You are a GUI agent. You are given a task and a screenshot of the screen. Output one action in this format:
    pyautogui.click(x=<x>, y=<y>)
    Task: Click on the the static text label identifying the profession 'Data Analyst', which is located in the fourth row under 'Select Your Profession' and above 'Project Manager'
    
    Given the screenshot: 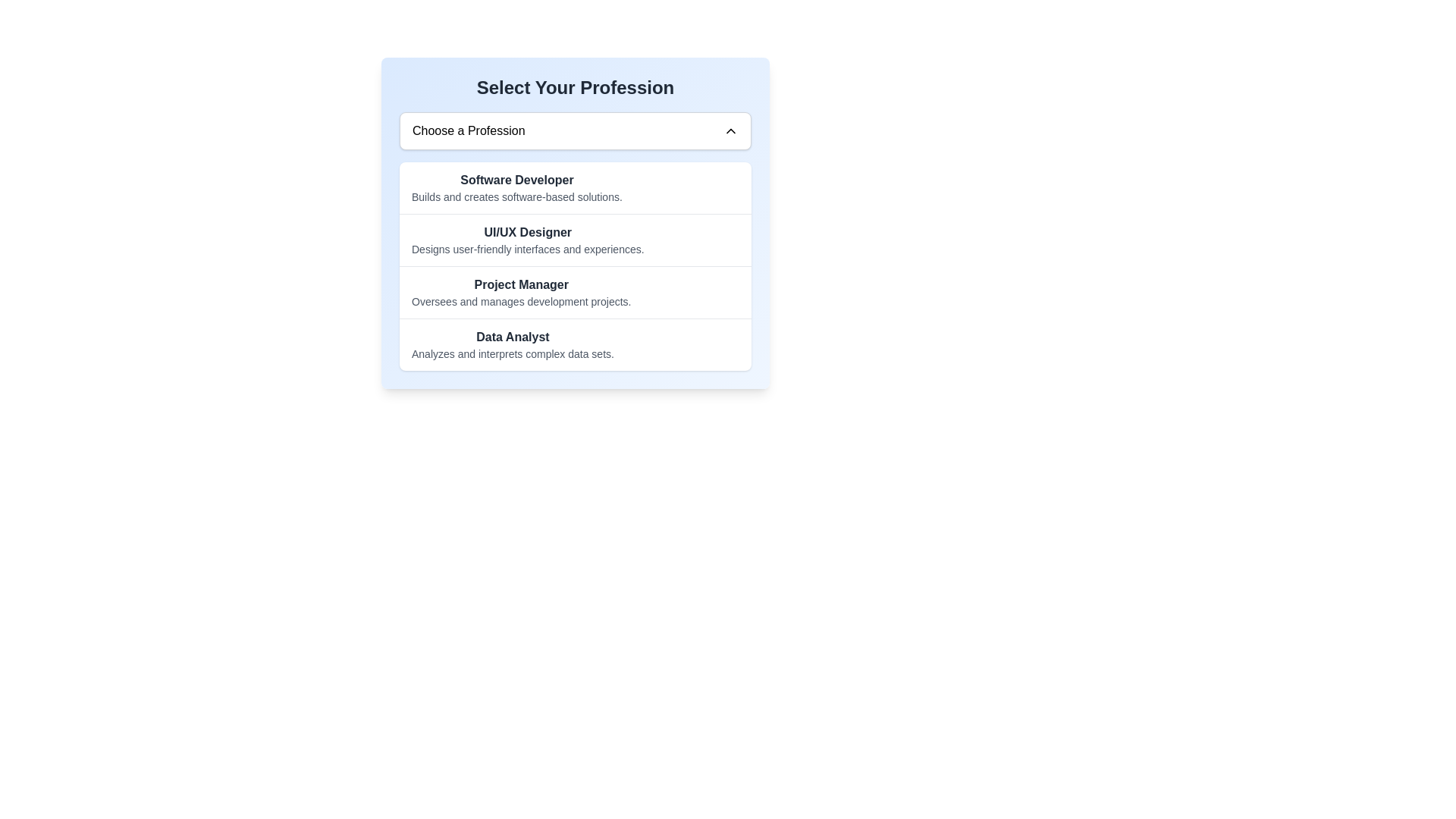 What is the action you would take?
    pyautogui.click(x=513, y=336)
    